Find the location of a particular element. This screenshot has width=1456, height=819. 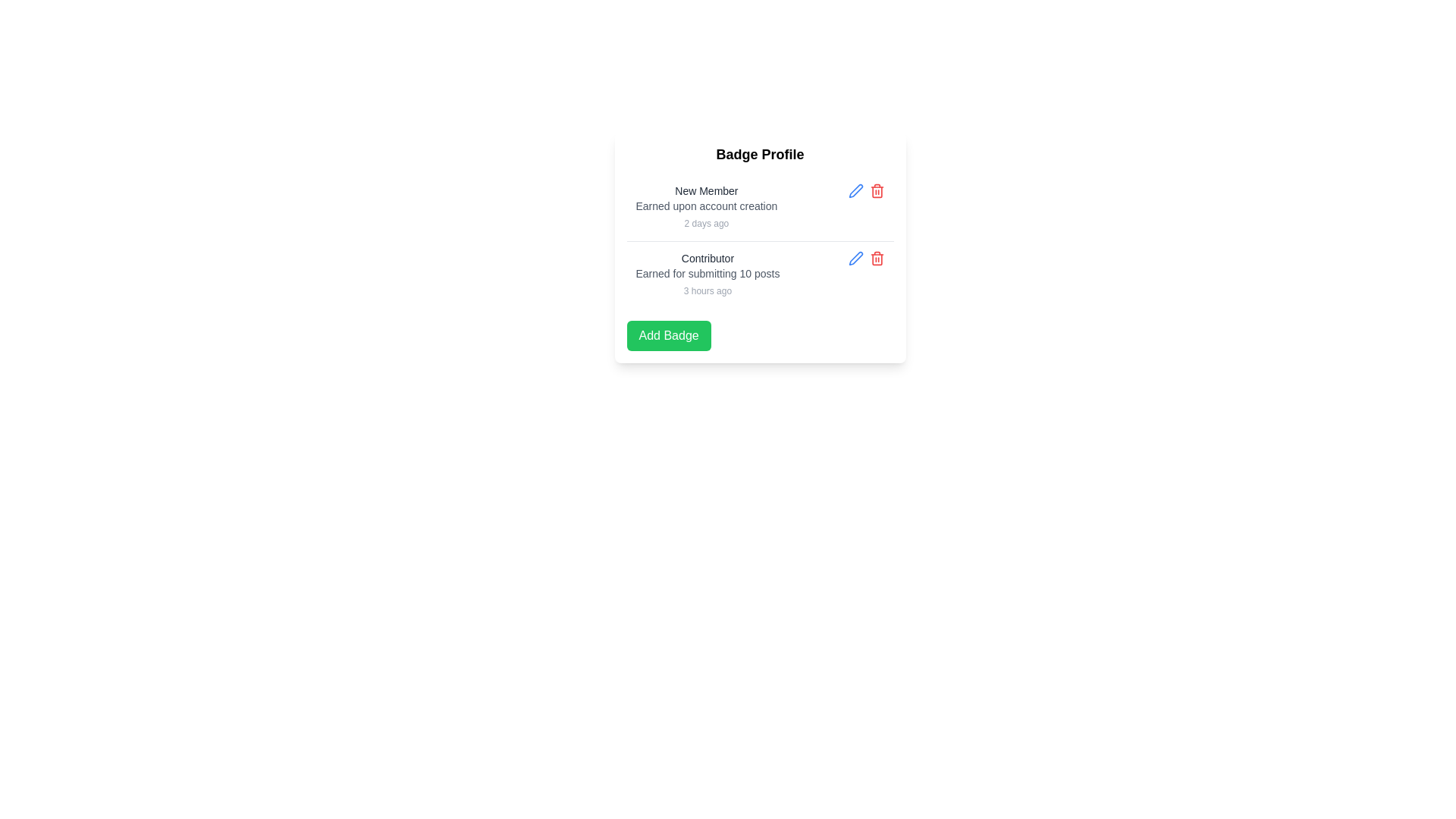

the text label indicating the time elapsed since the 'New Member' badge was earned, located in the 'New Member' section of the badge profile card is located at coordinates (705, 223).